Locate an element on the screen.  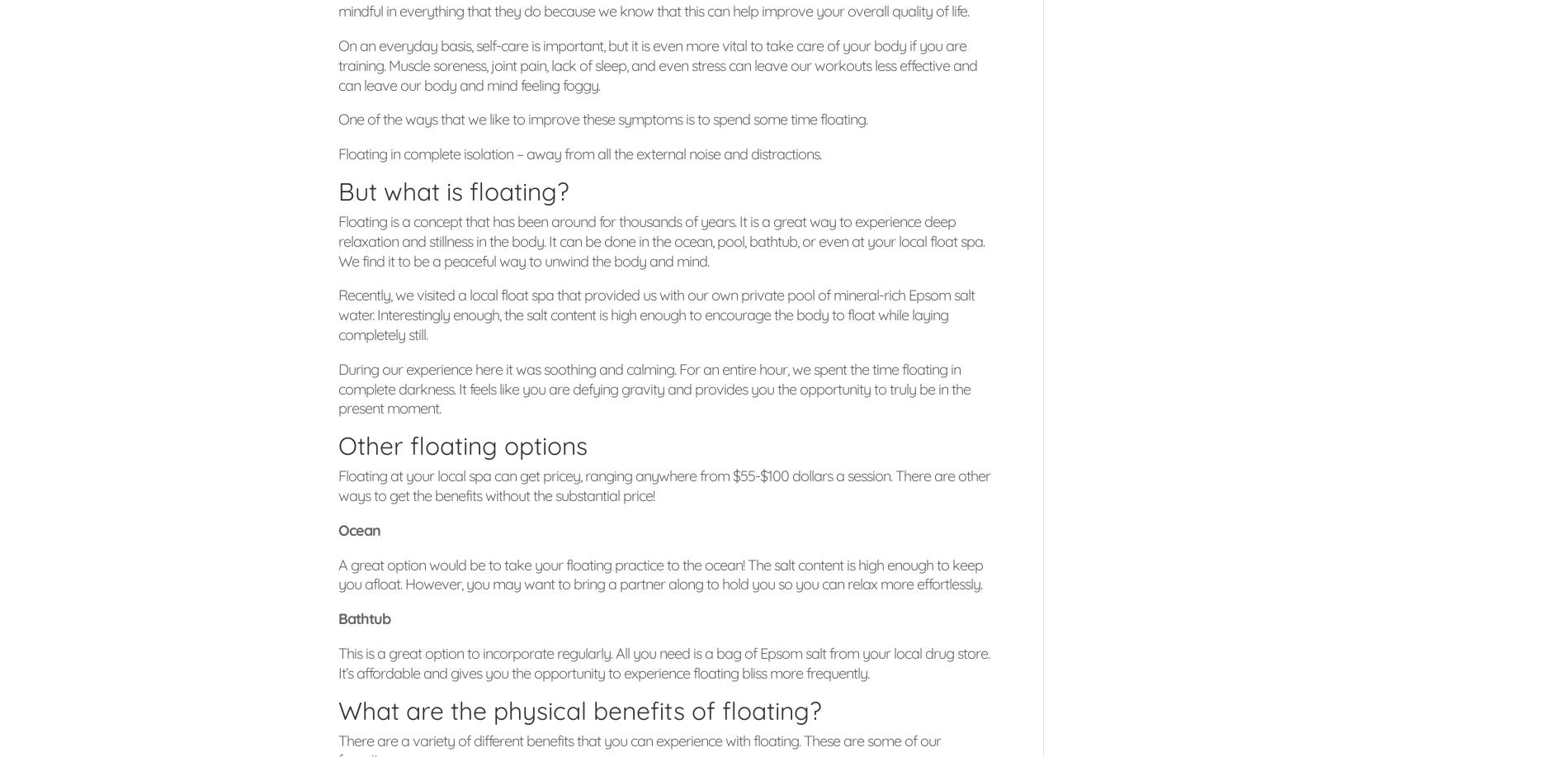
'A great option would be to take your floating practice to the ocean! The salt content is high enough to keep you afloat. However, you may want to bring a partner along to hold you so you can relax more effortlessly.' is located at coordinates (338, 574).